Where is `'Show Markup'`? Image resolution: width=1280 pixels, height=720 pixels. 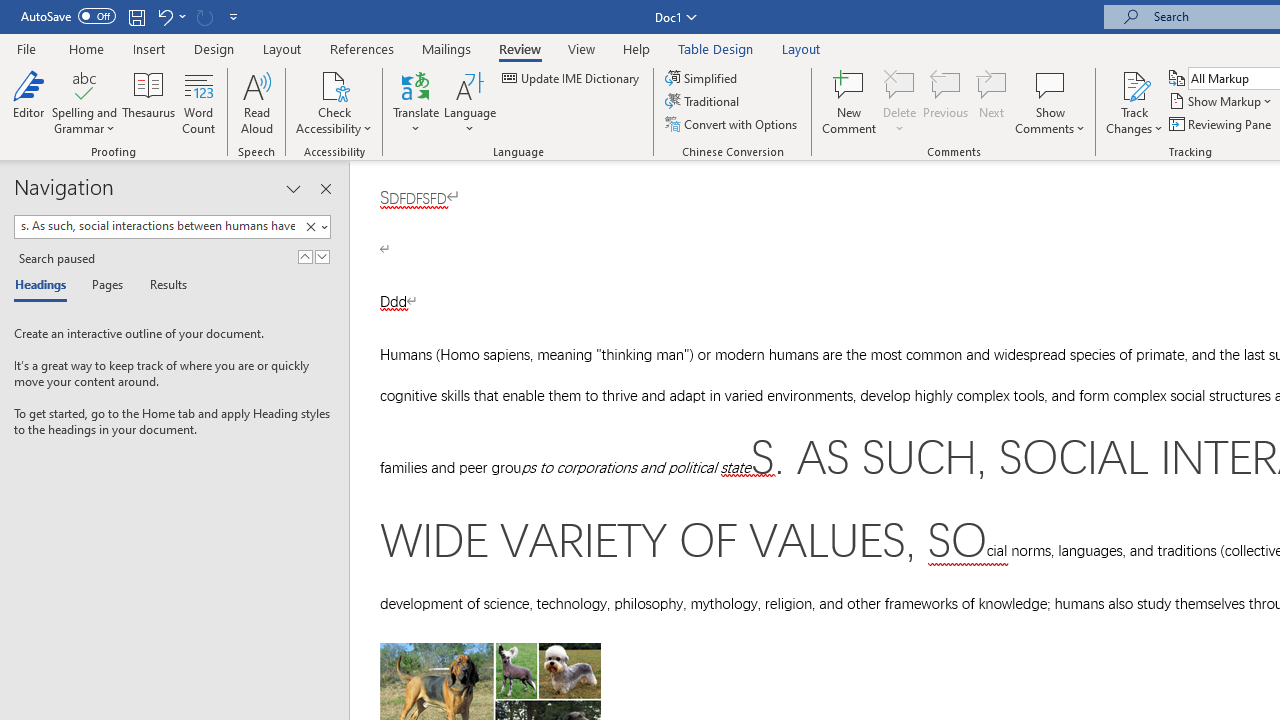
'Show Markup' is located at coordinates (1221, 101).